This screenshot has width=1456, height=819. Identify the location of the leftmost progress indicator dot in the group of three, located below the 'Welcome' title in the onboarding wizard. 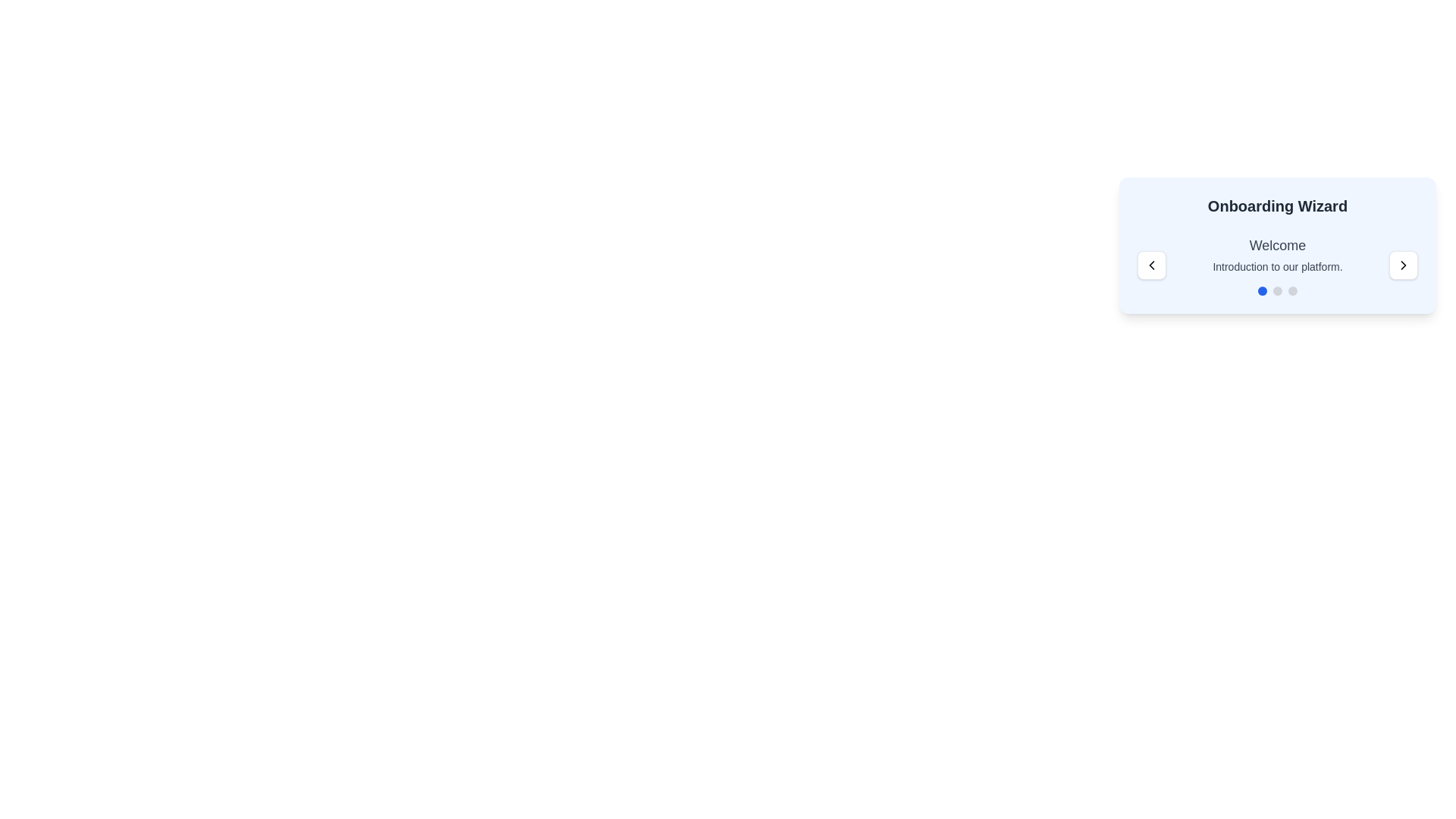
(1263, 291).